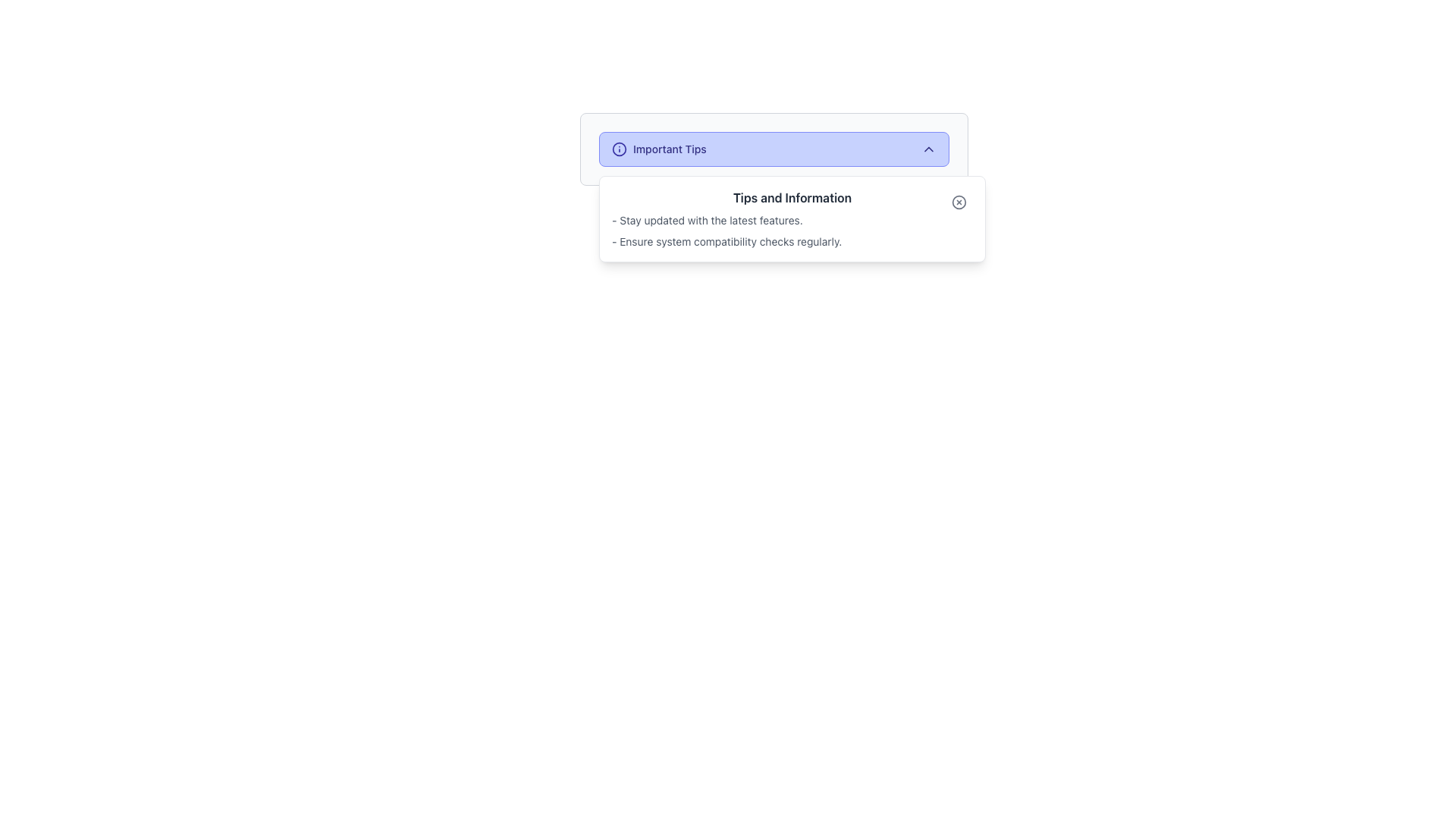  What do you see at coordinates (726, 241) in the screenshot?
I see `guidance text located within the 'Tips and Information' card, positioned below another list item in a bulleted list` at bounding box center [726, 241].